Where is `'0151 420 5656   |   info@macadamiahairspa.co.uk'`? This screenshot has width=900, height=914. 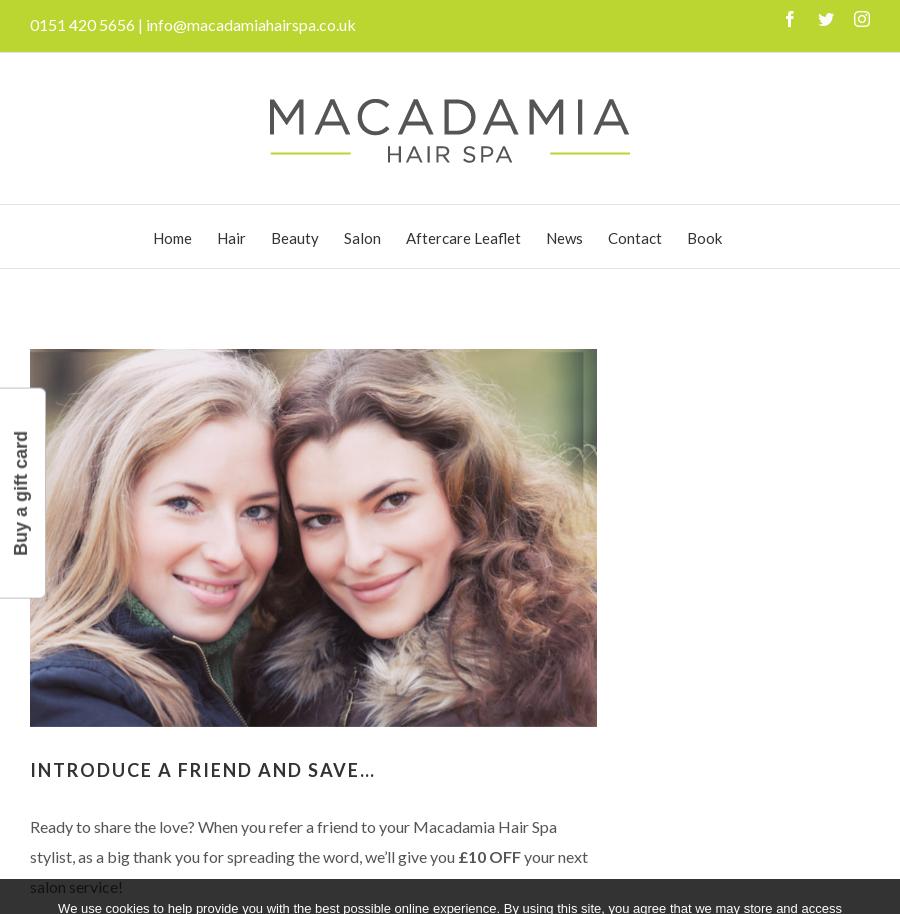
'0151 420 5656   |   info@macadamiahairspa.co.uk' is located at coordinates (192, 24).